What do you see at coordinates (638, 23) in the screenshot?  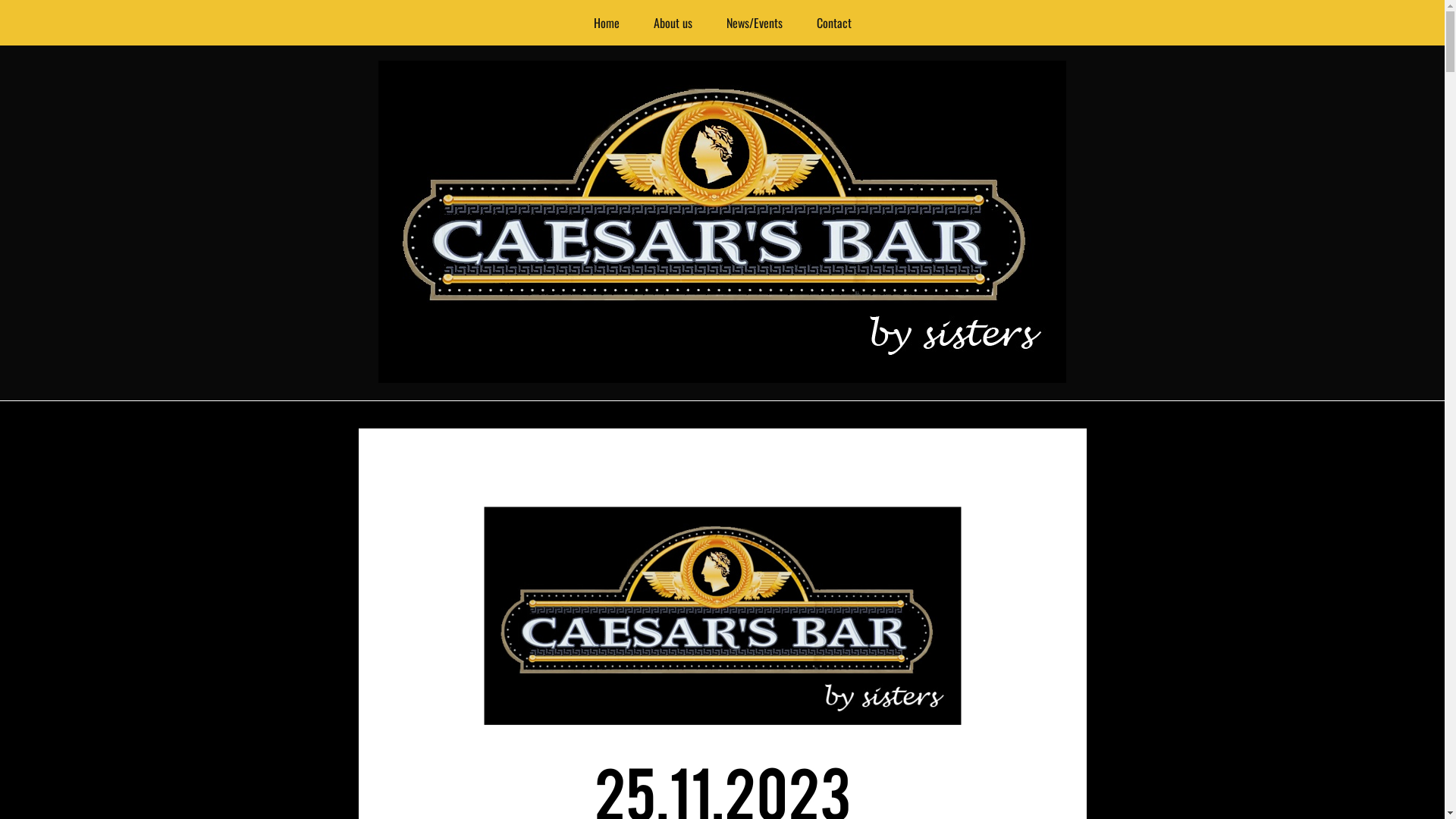 I see `'About us'` at bounding box center [638, 23].